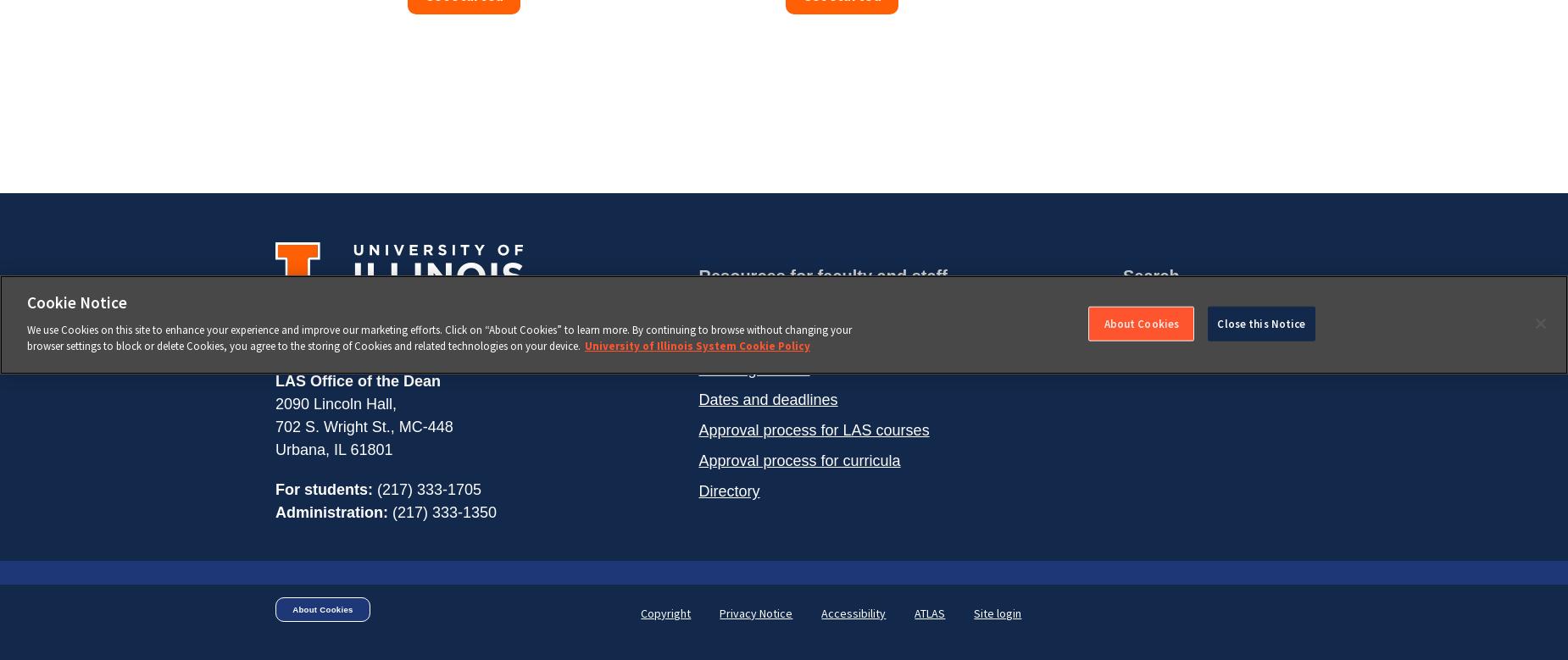  I want to click on 'Directory', so click(729, 490).